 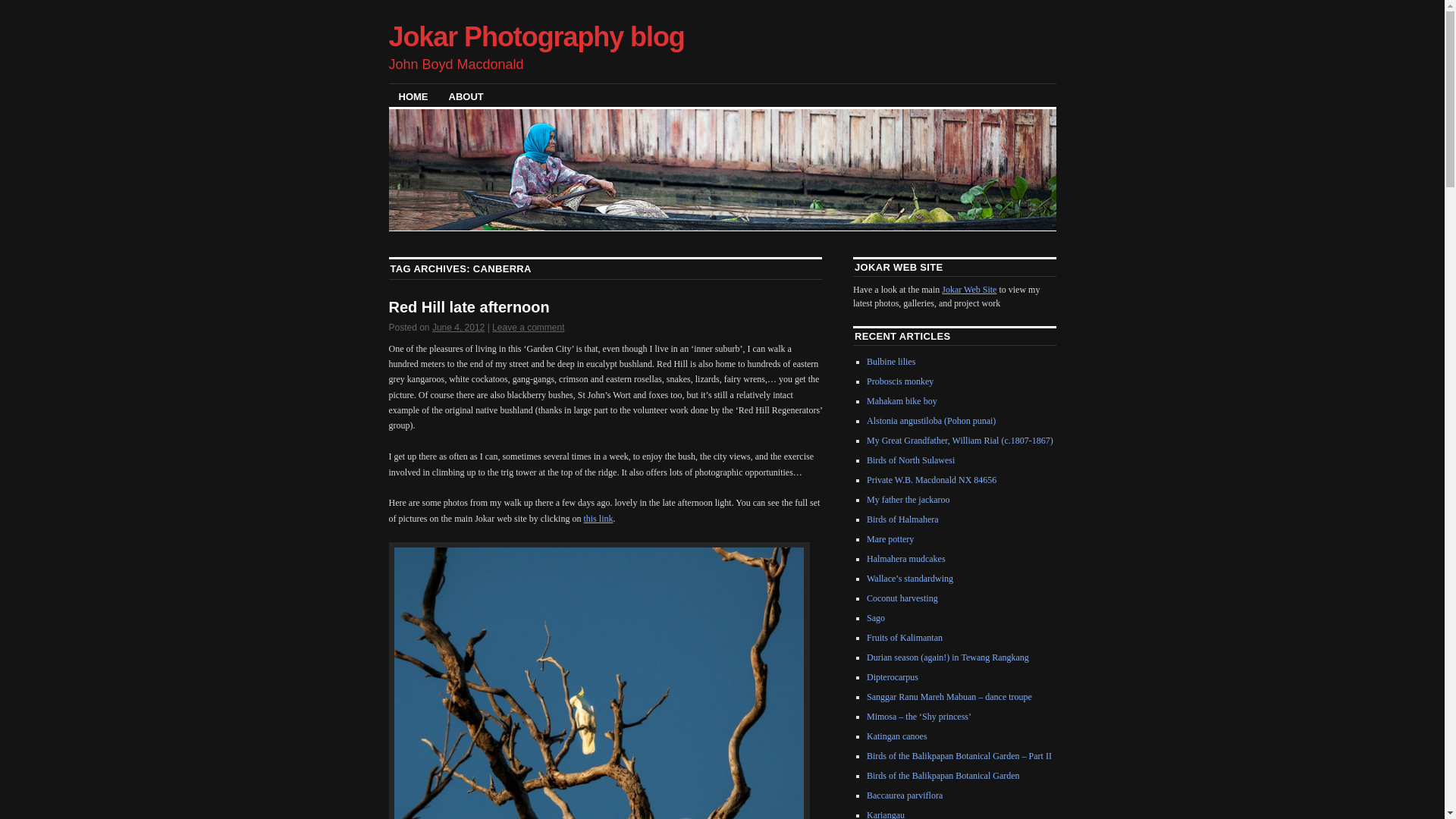 What do you see at coordinates (899, 380) in the screenshot?
I see `'Proboscis monkey'` at bounding box center [899, 380].